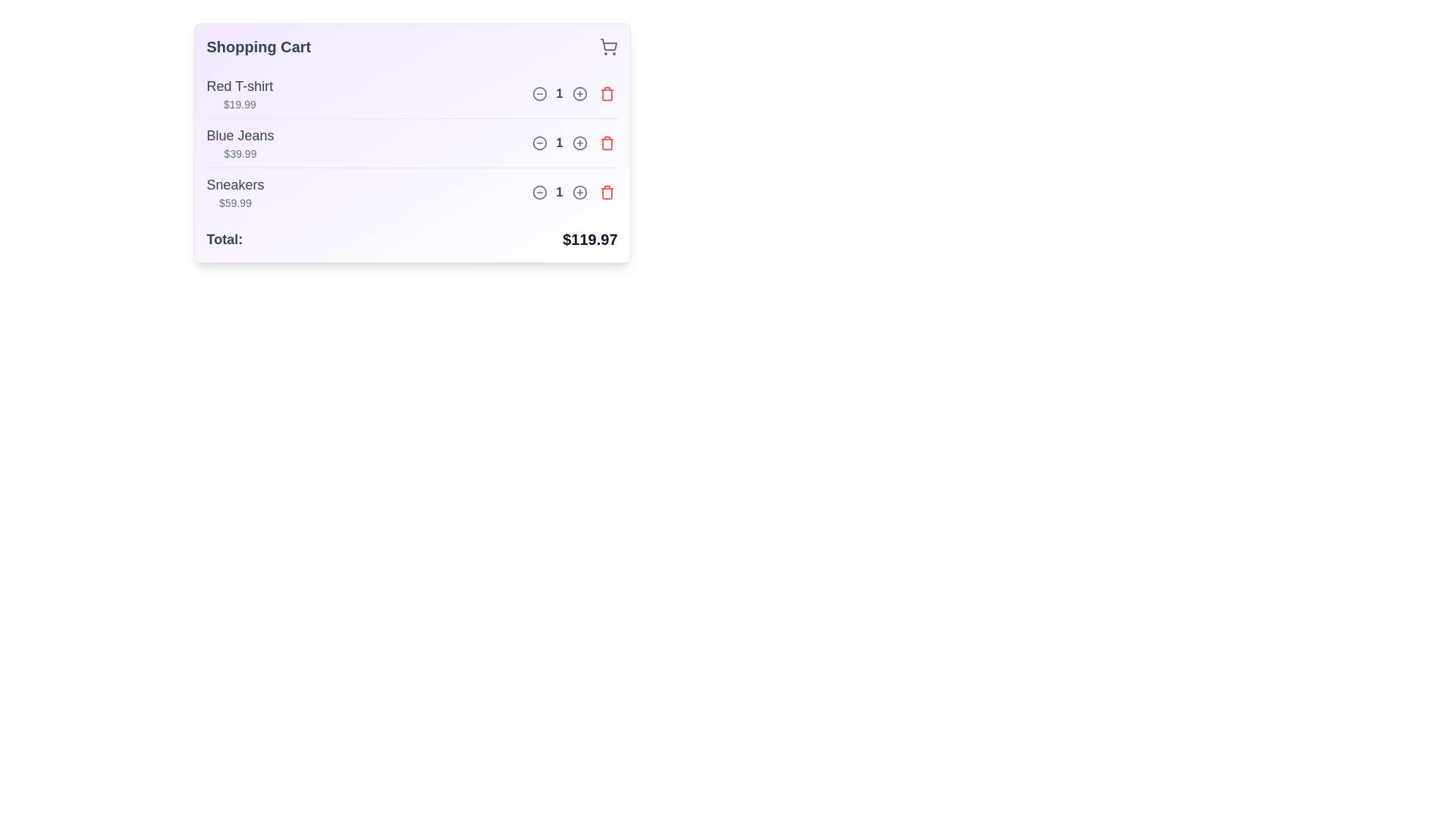 This screenshot has width=1456, height=819. Describe the element at coordinates (607, 93) in the screenshot. I see `the delete button located at the far right side of the top row in the shopping cart interface` at that location.